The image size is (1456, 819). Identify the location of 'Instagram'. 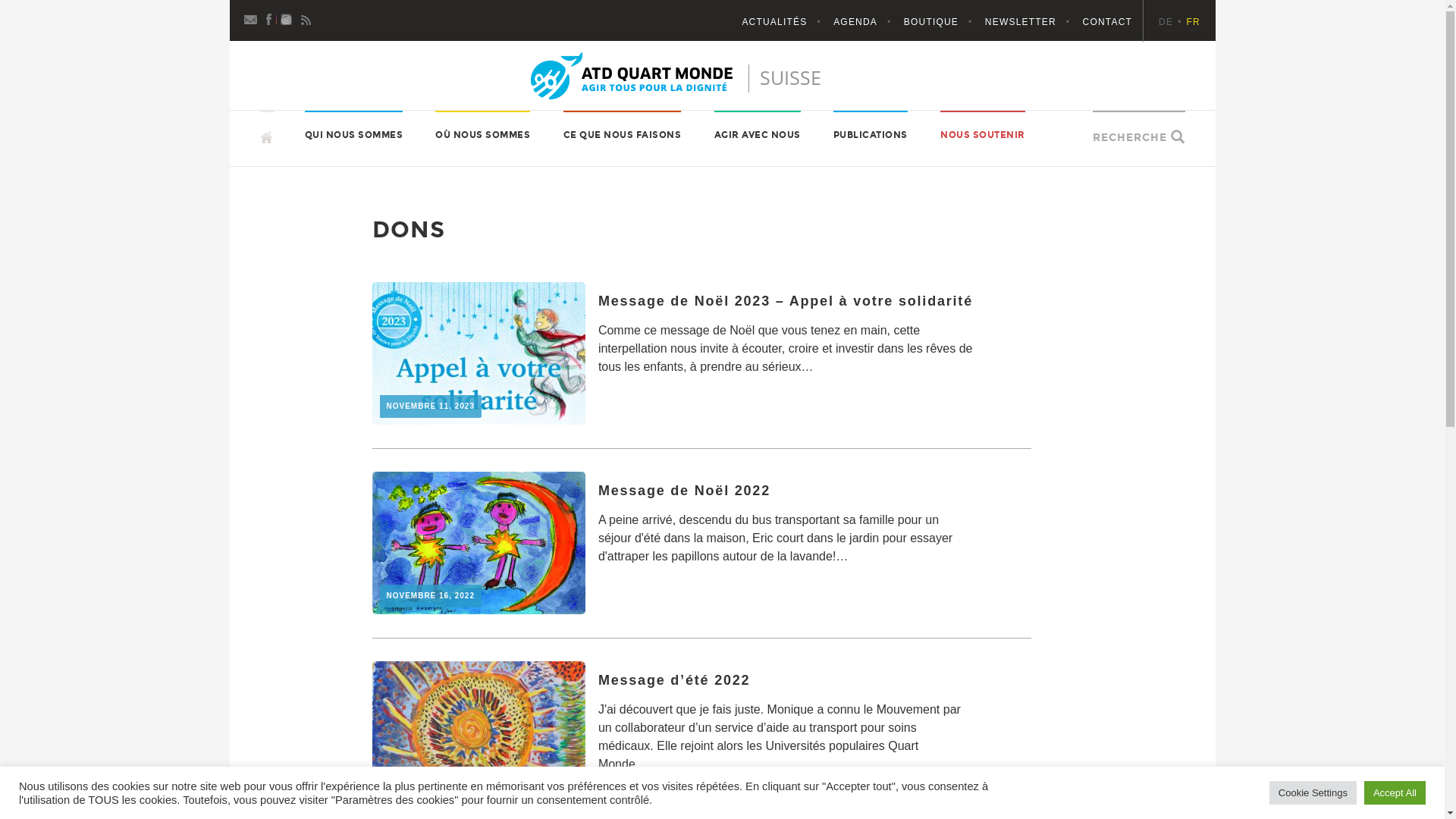
(287, 17).